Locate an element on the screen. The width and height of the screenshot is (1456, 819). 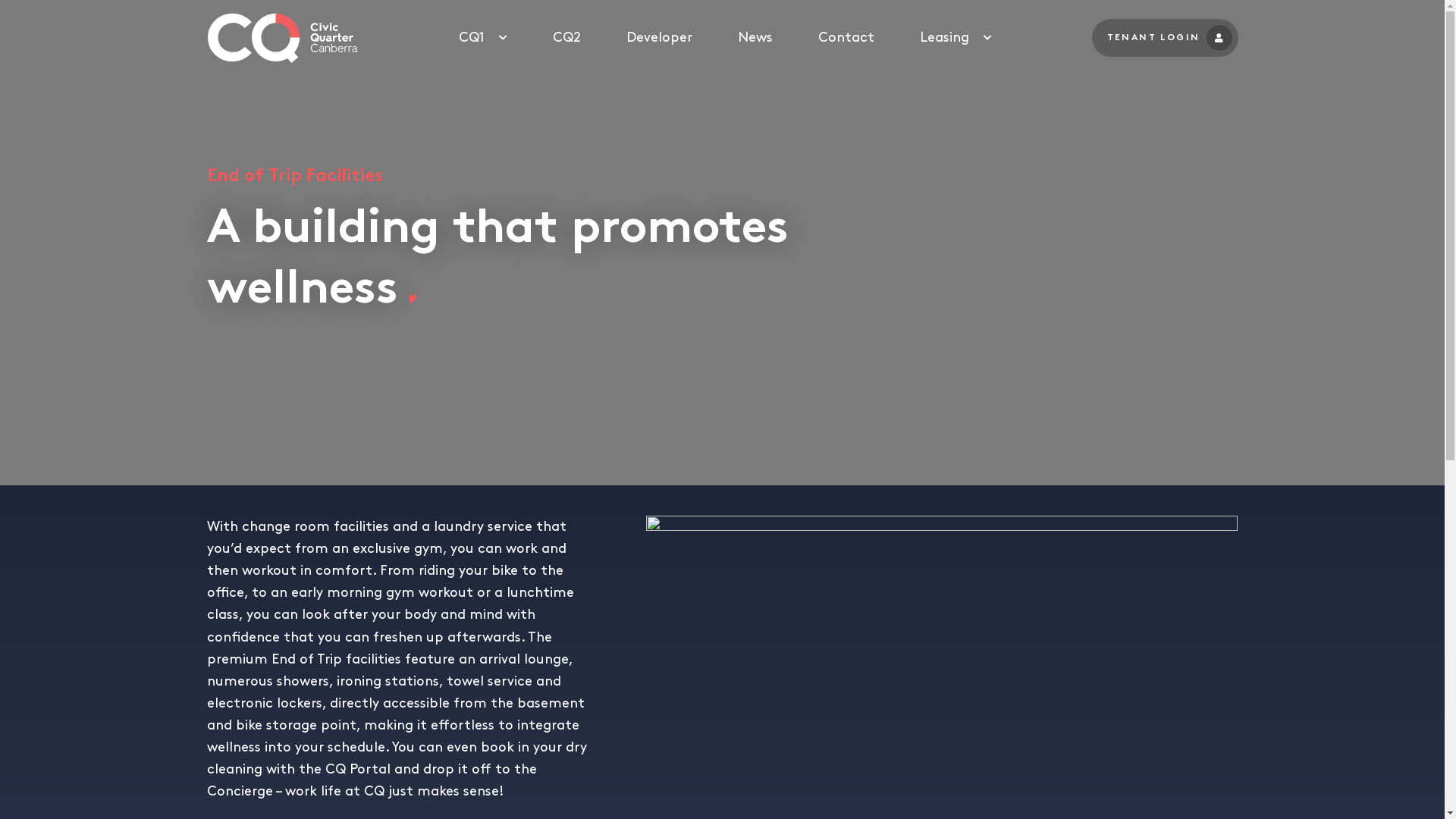
'News' is located at coordinates (714, 37).